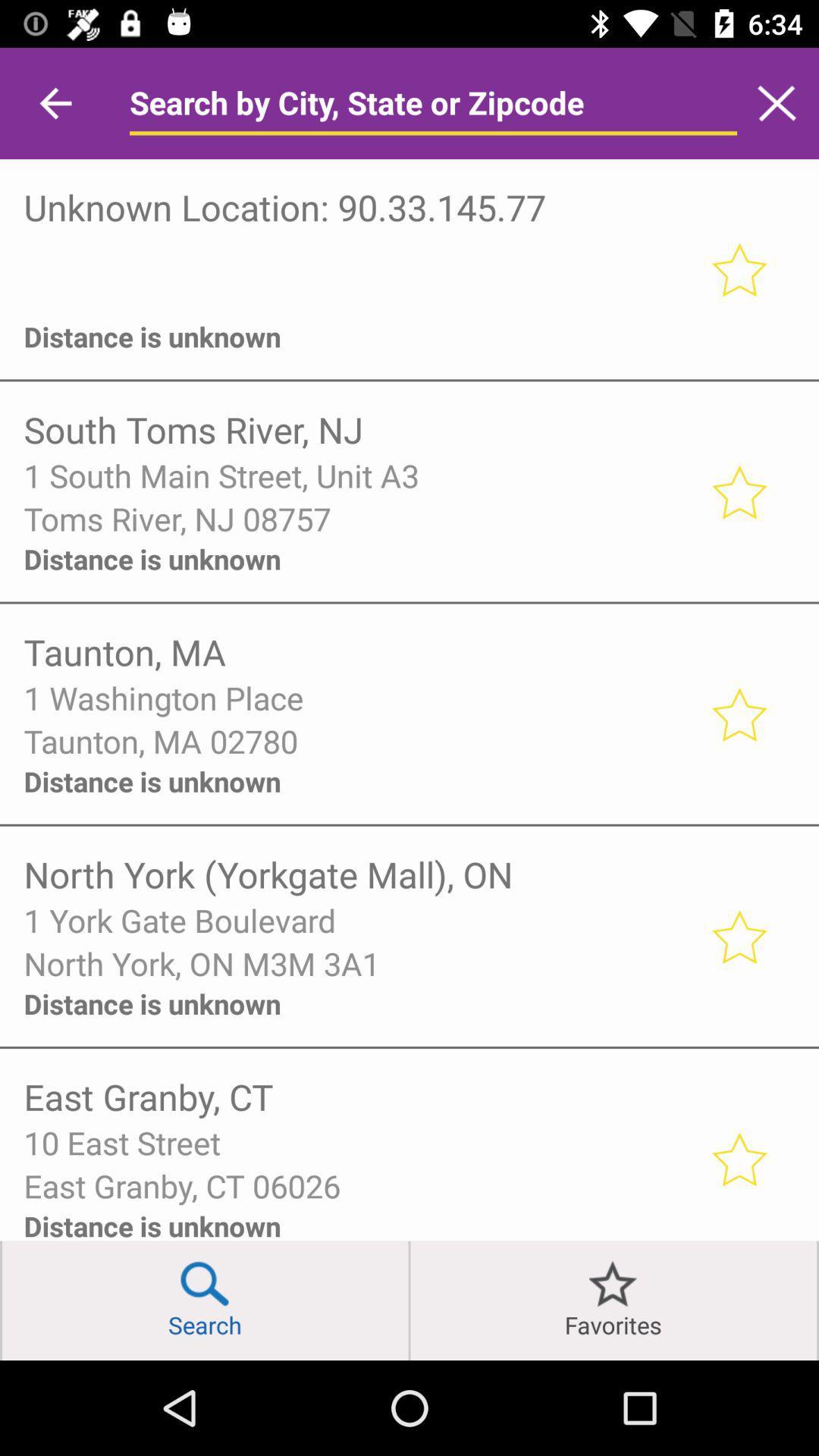 This screenshot has height=1456, width=819. What do you see at coordinates (777, 102) in the screenshot?
I see `search` at bounding box center [777, 102].